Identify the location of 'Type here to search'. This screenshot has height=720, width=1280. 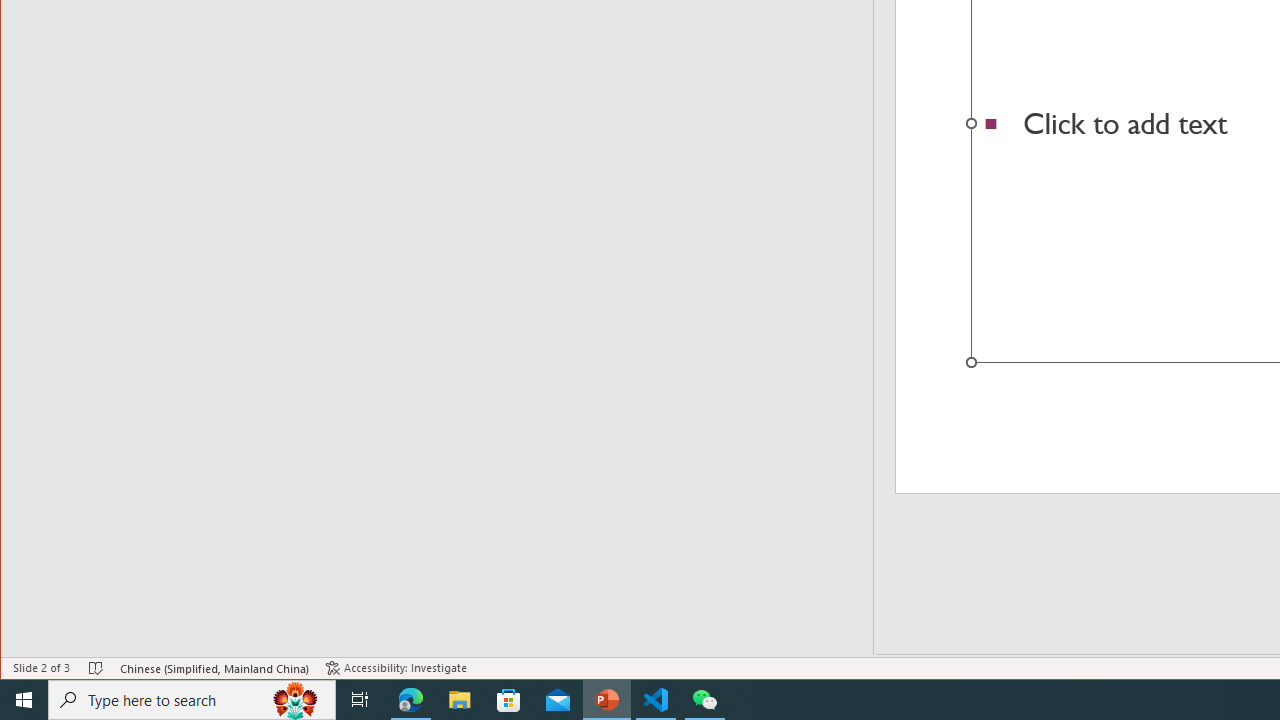
(192, 698).